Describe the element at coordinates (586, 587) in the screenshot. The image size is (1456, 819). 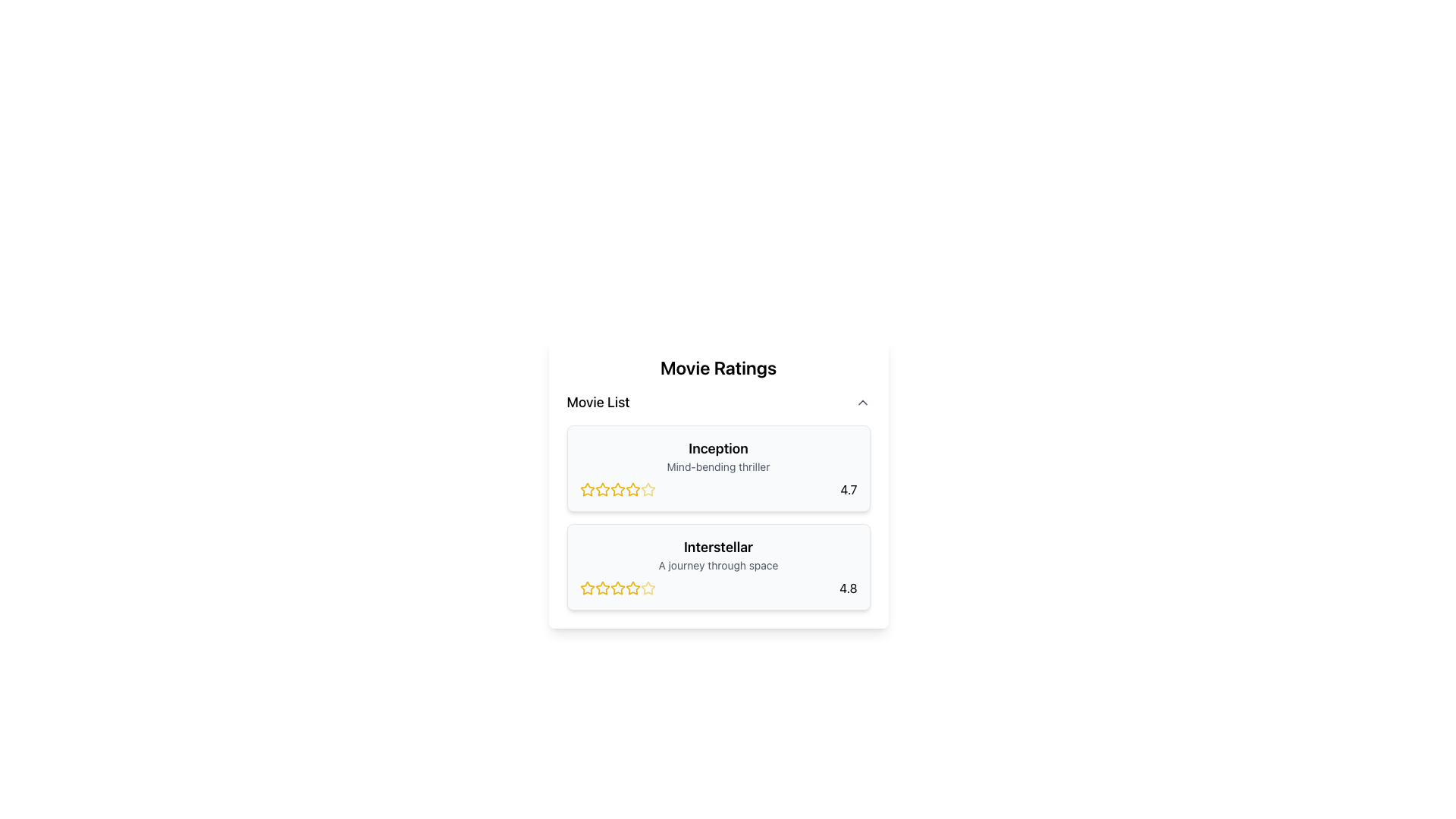
I see `the first rating star icon for the movie 'Interstellar', which is located directly beneath its title` at that location.